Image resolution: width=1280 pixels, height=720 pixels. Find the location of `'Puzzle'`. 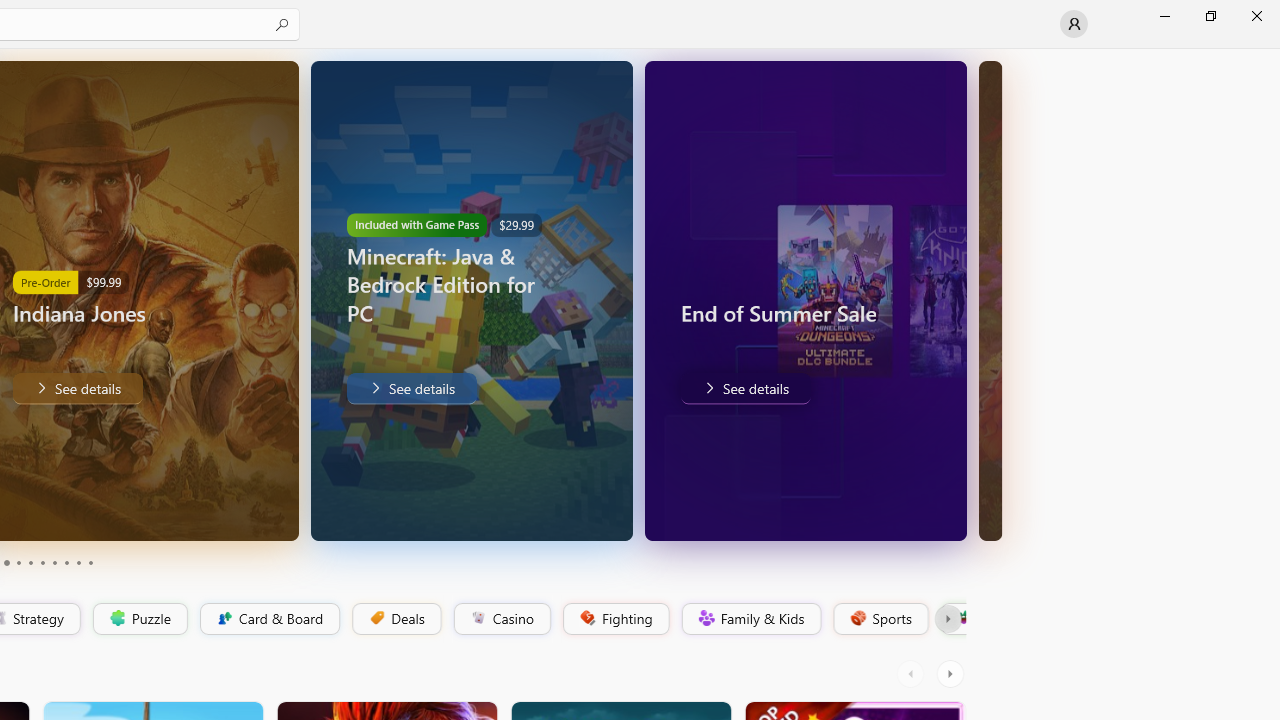

'Puzzle' is located at coordinates (138, 618).